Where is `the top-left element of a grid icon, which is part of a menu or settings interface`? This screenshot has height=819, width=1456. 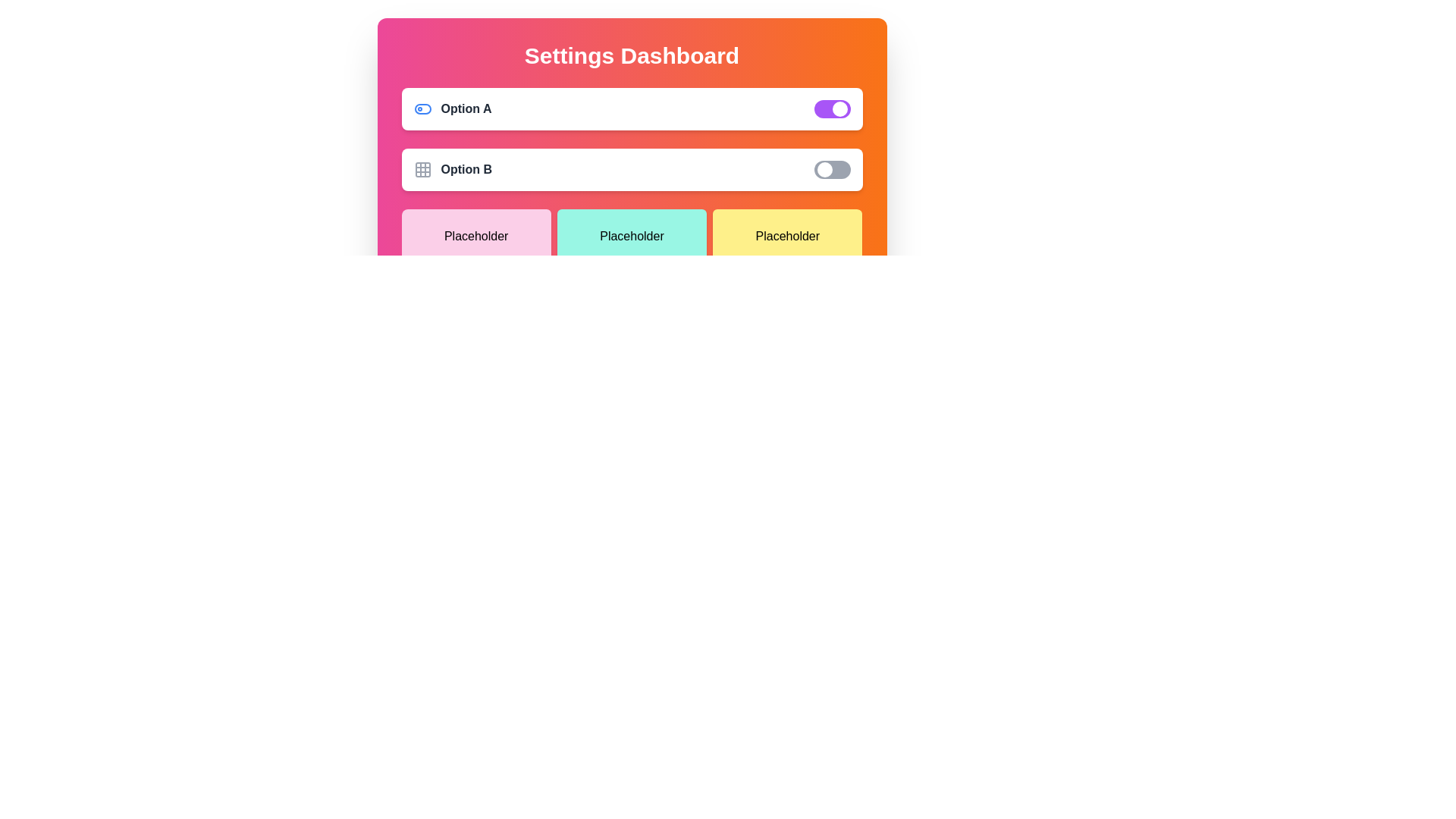 the top-left element of a grid icon, which is part of a menu or settings interface is located at coordinates (422, 169).